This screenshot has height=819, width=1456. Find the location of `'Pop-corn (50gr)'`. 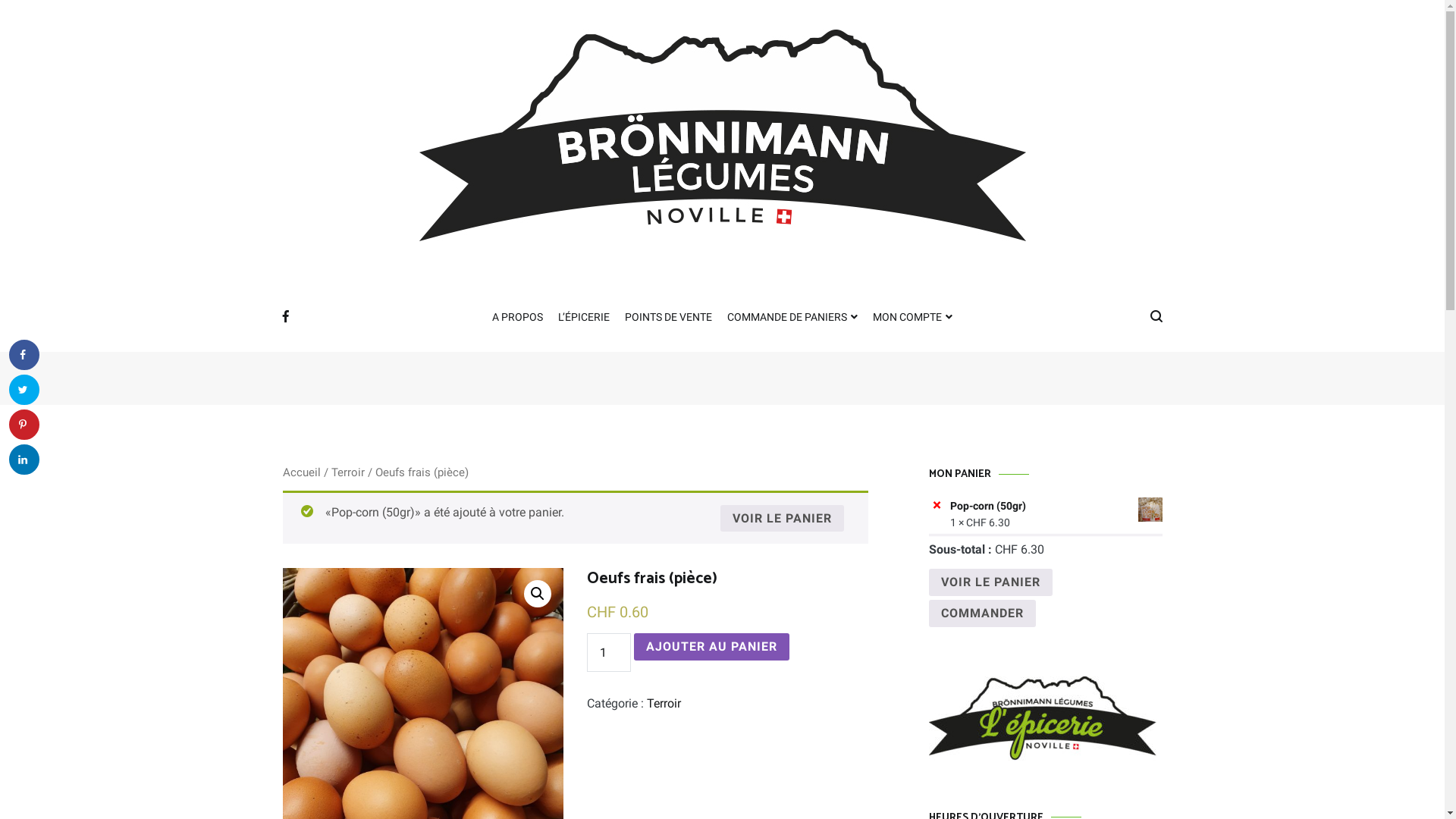

'Pop-corn (50gr)' is located at coordinates (1055, 506).